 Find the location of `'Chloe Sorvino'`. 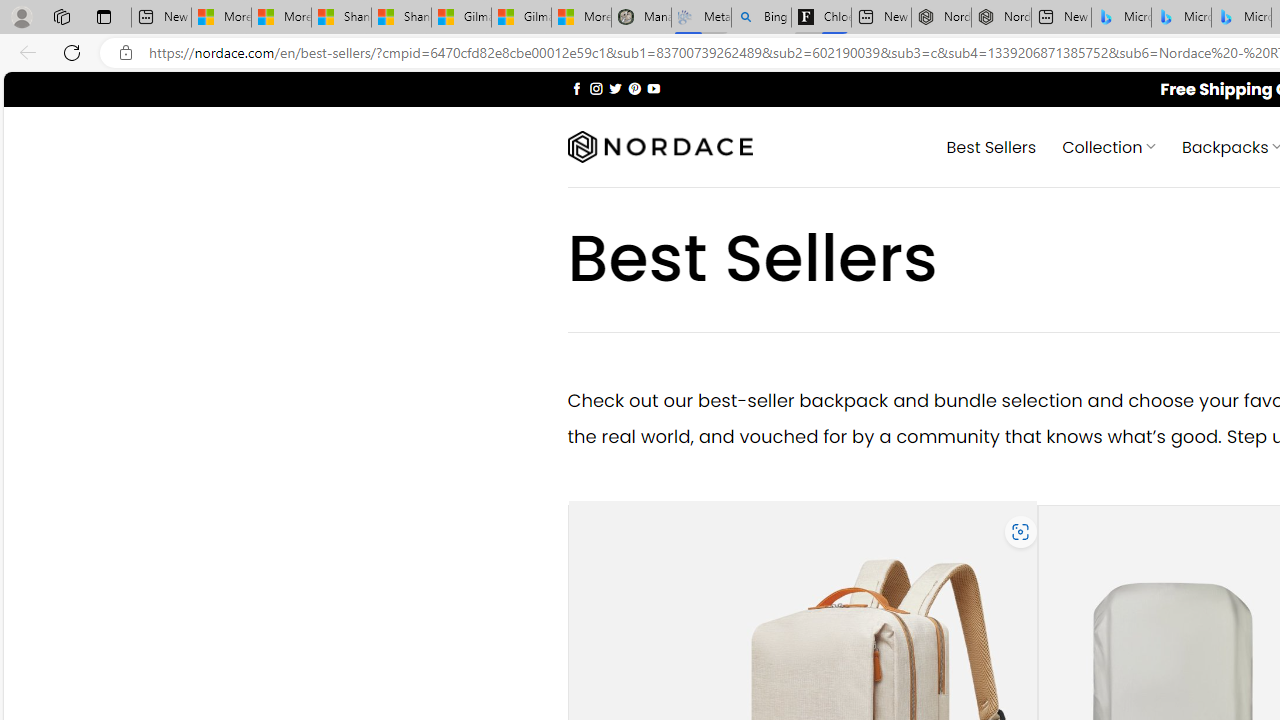

'Chloe Sorvino' is located at coordinates (821, 17).